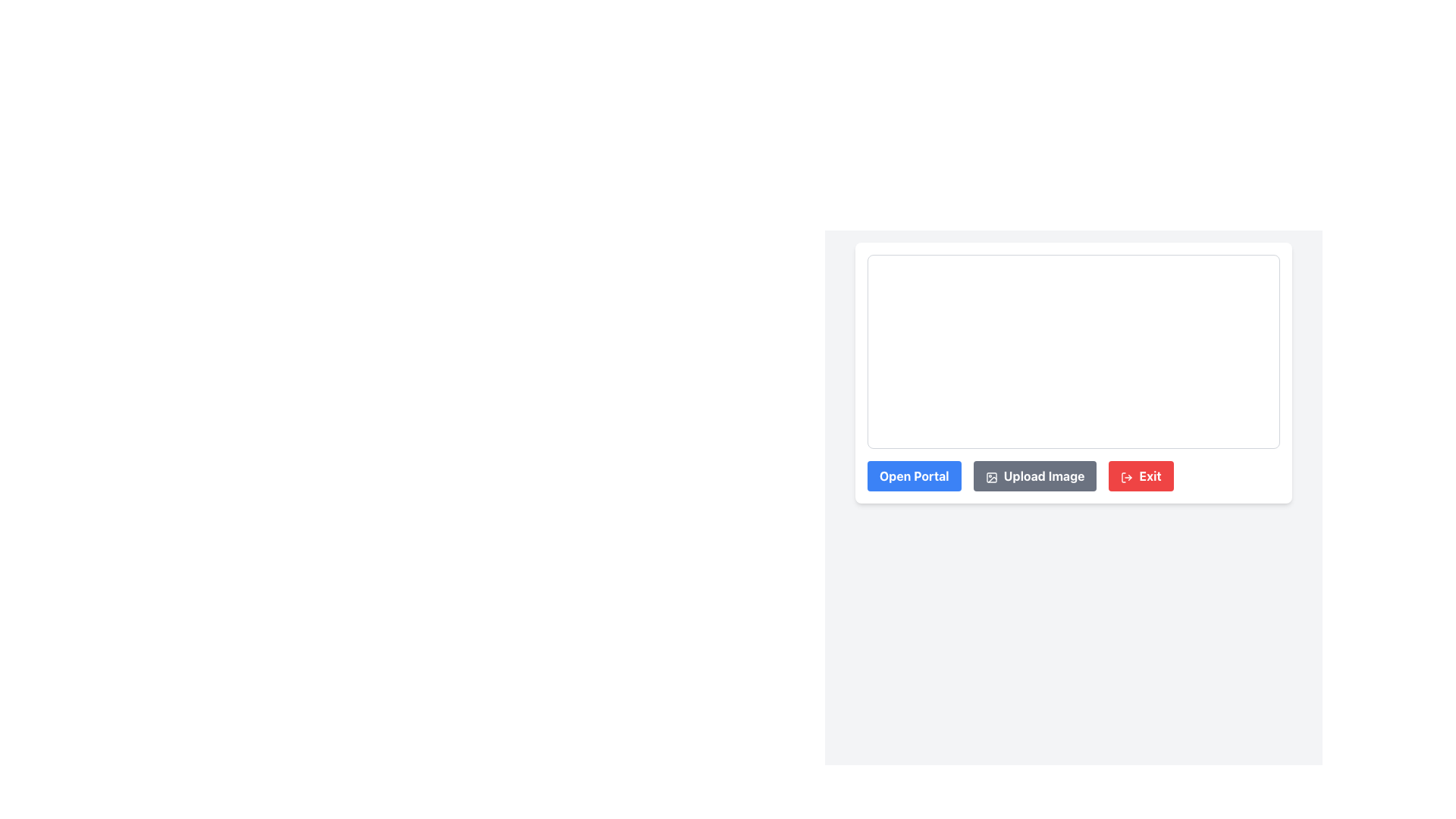  Describe the element at coordinates (1073, 469) in the screenshot. I see `the second button in a horizontal row of three buttons at the bottom of the interface` at that location.